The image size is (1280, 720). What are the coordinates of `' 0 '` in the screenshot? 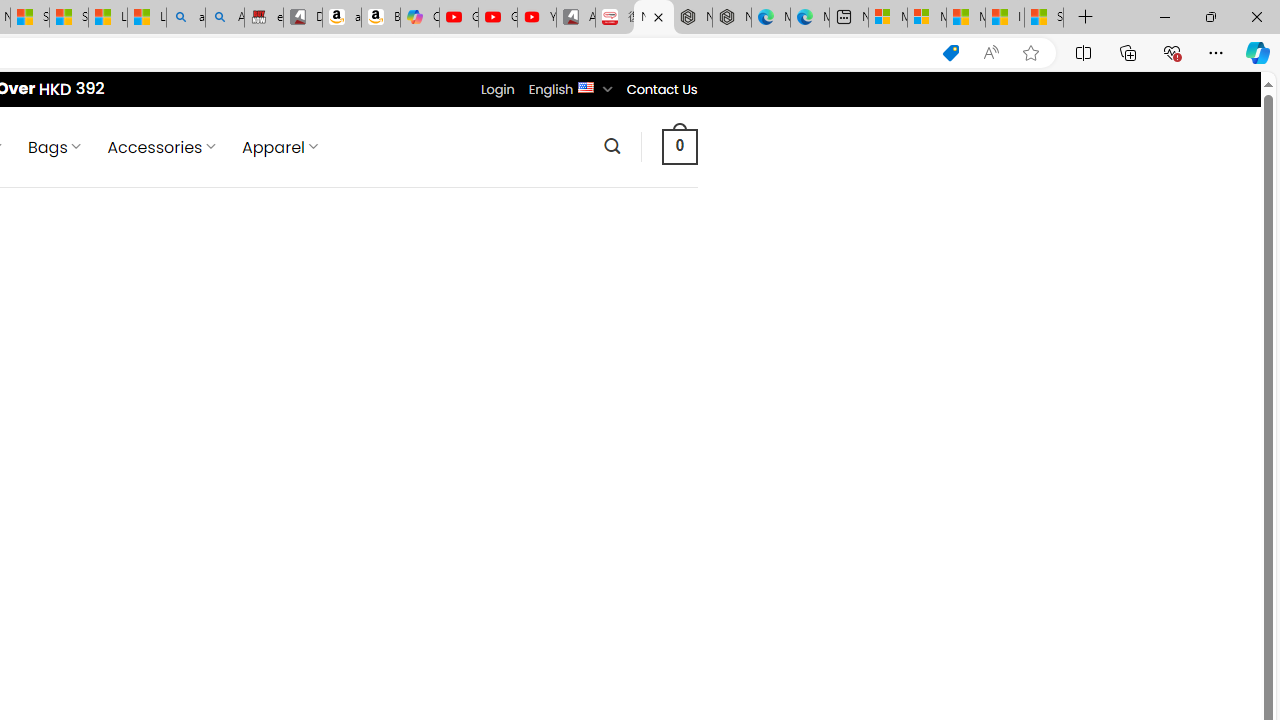 It's located at (679, 145).